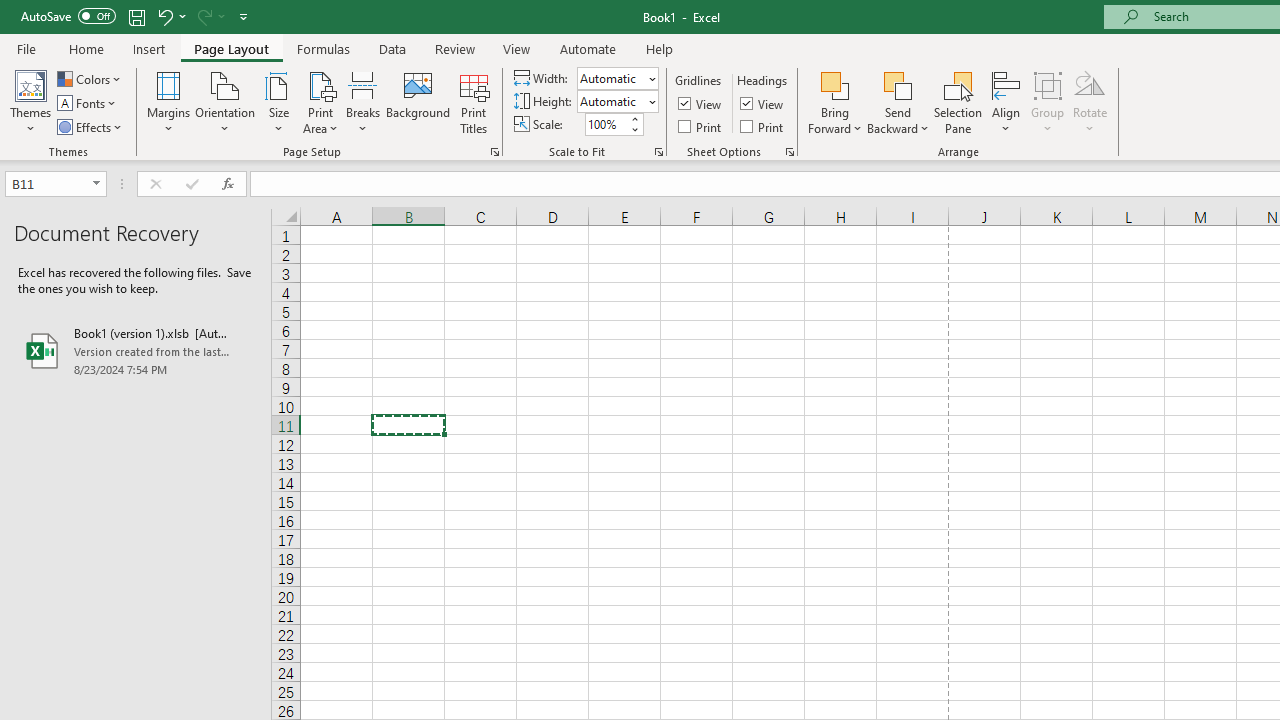 This screenshot has height=720, width=1280. What do you see at coordinates (617, 77) in the screenshot?
I see `'Width'` at bounding box center [617, 77].